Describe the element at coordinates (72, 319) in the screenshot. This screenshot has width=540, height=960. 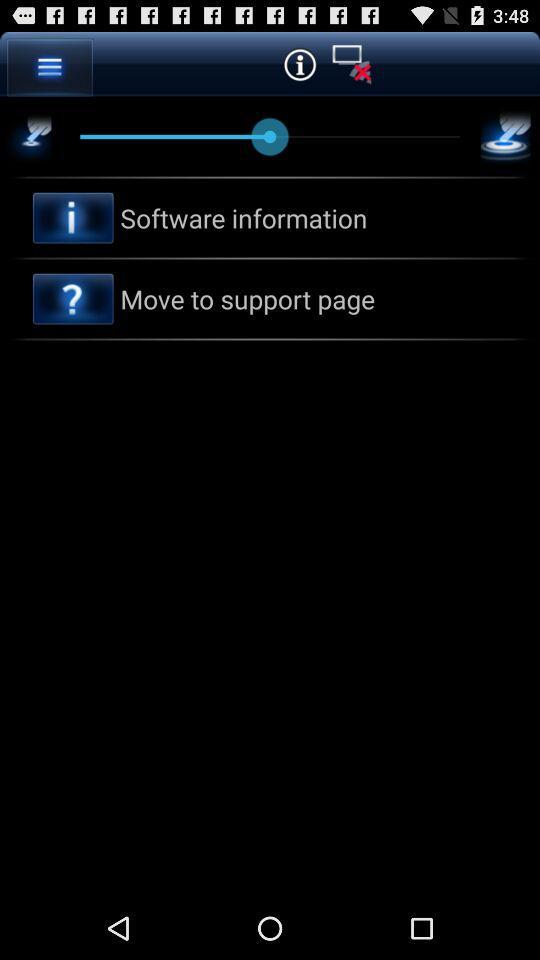
I see `the help icon` at that location.